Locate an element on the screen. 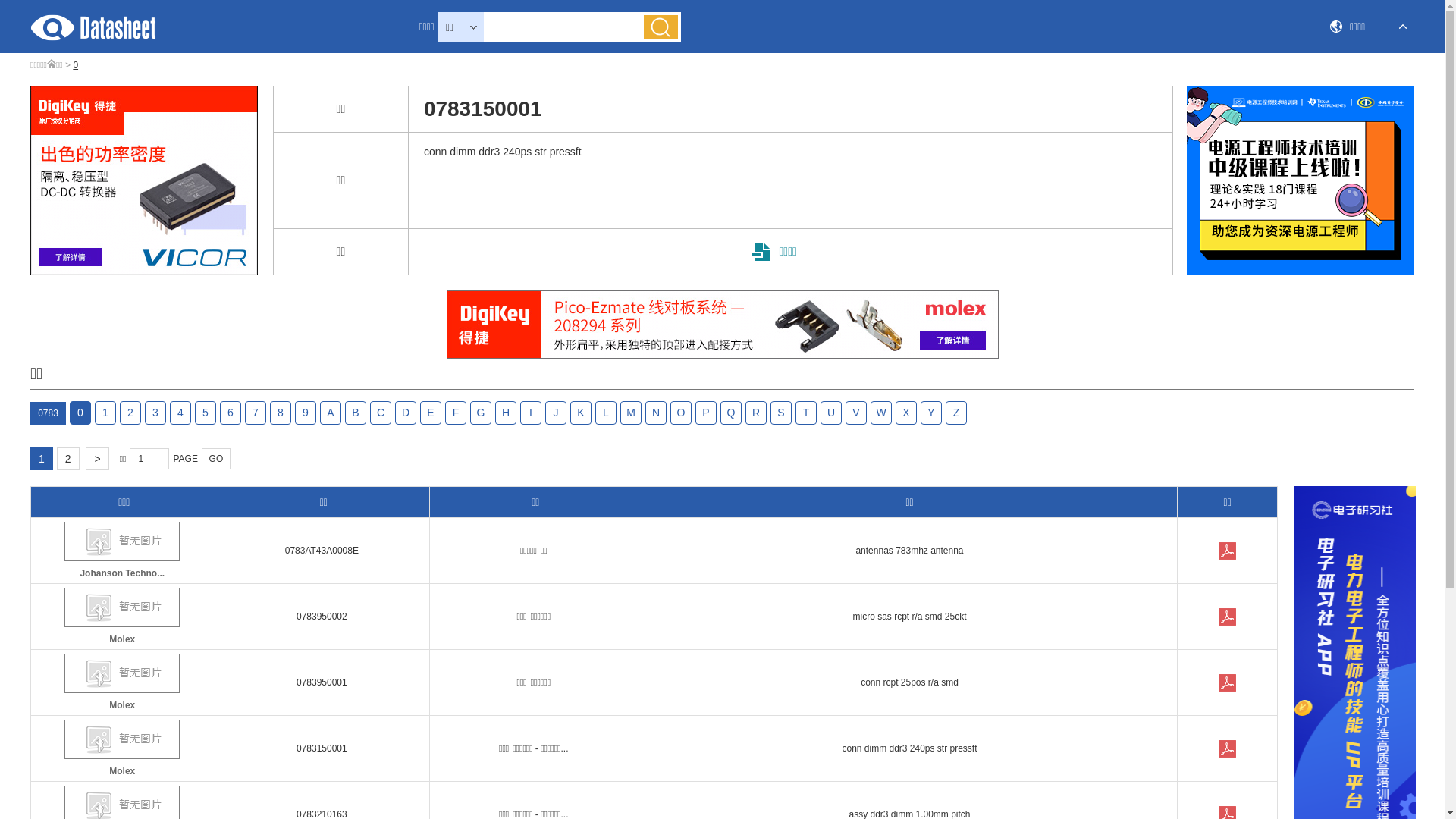 Image resolution: width=1456 pixels, height=819 pixels. 'D' is located at coordinates (405, 413).